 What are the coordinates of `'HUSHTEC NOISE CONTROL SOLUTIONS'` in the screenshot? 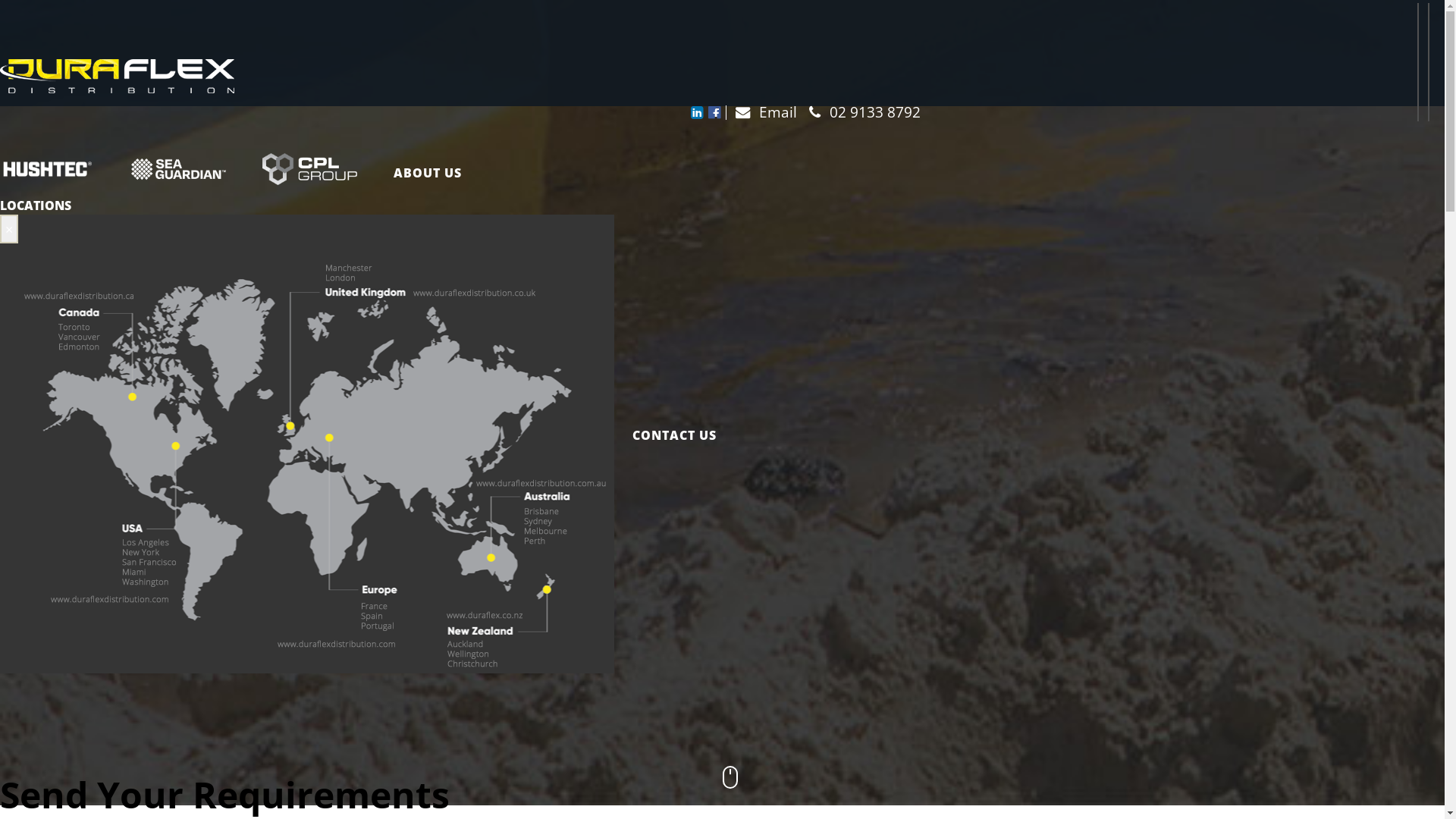 It's located at (56, 171).